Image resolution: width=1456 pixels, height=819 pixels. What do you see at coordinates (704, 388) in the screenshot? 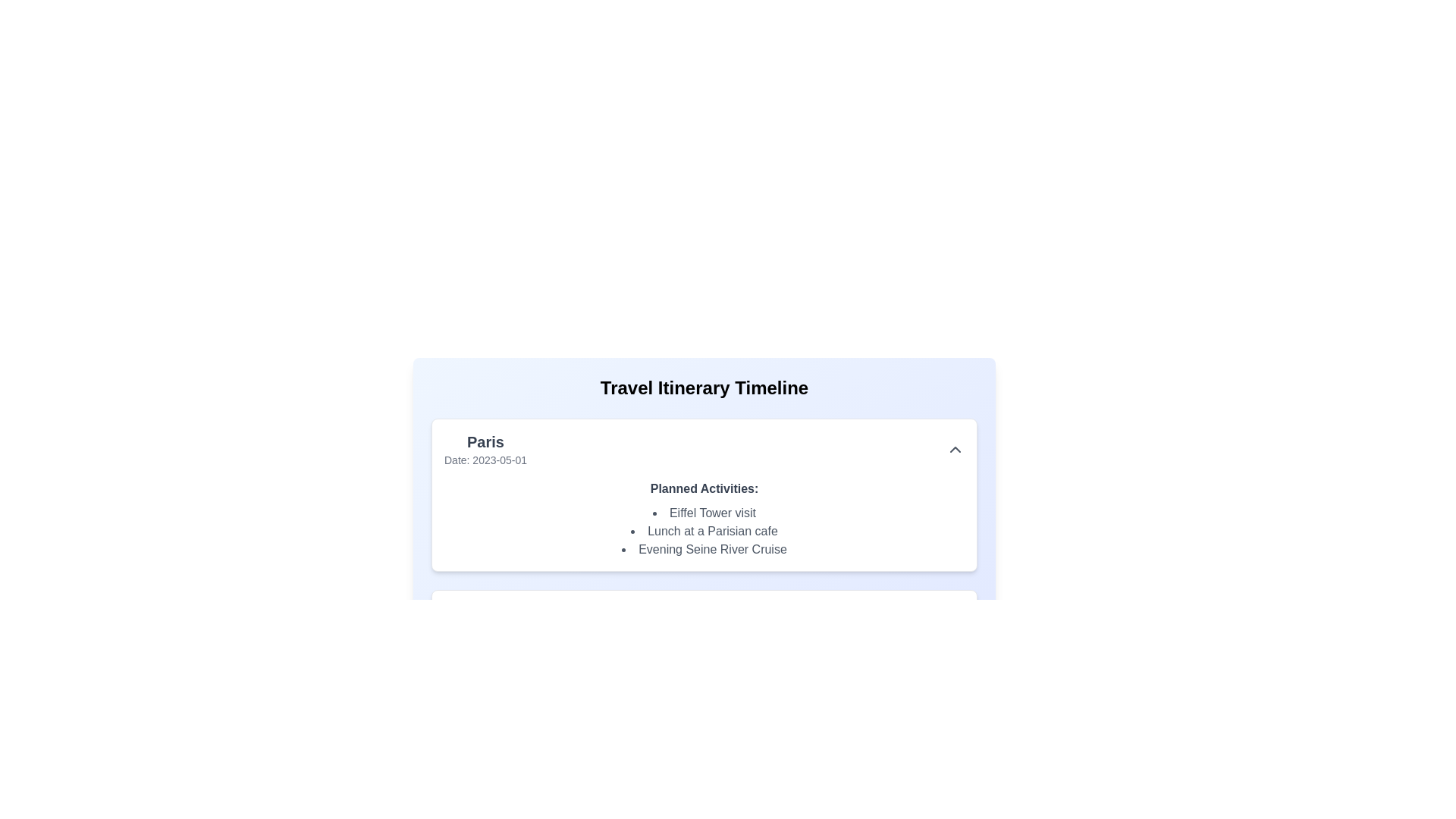
I see `title 'Travel Itinerary Timeline' which is a prominent heading displayed in bold and centered at the top of the content area` at bounding box center [704, 388].